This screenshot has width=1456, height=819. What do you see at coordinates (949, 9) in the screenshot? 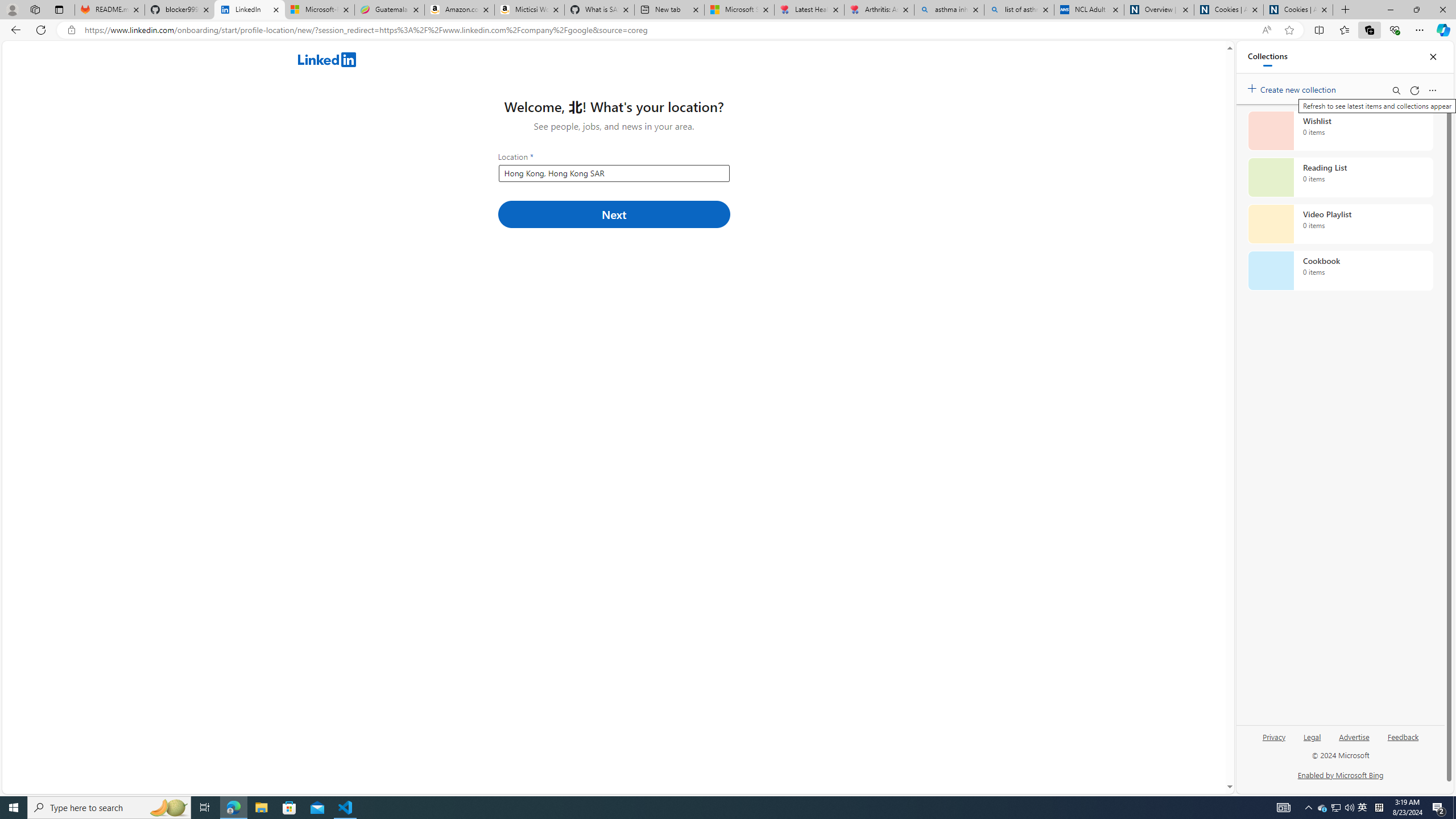
I see `'asthma inhaler - Search'` at bounding box center [949, 9].